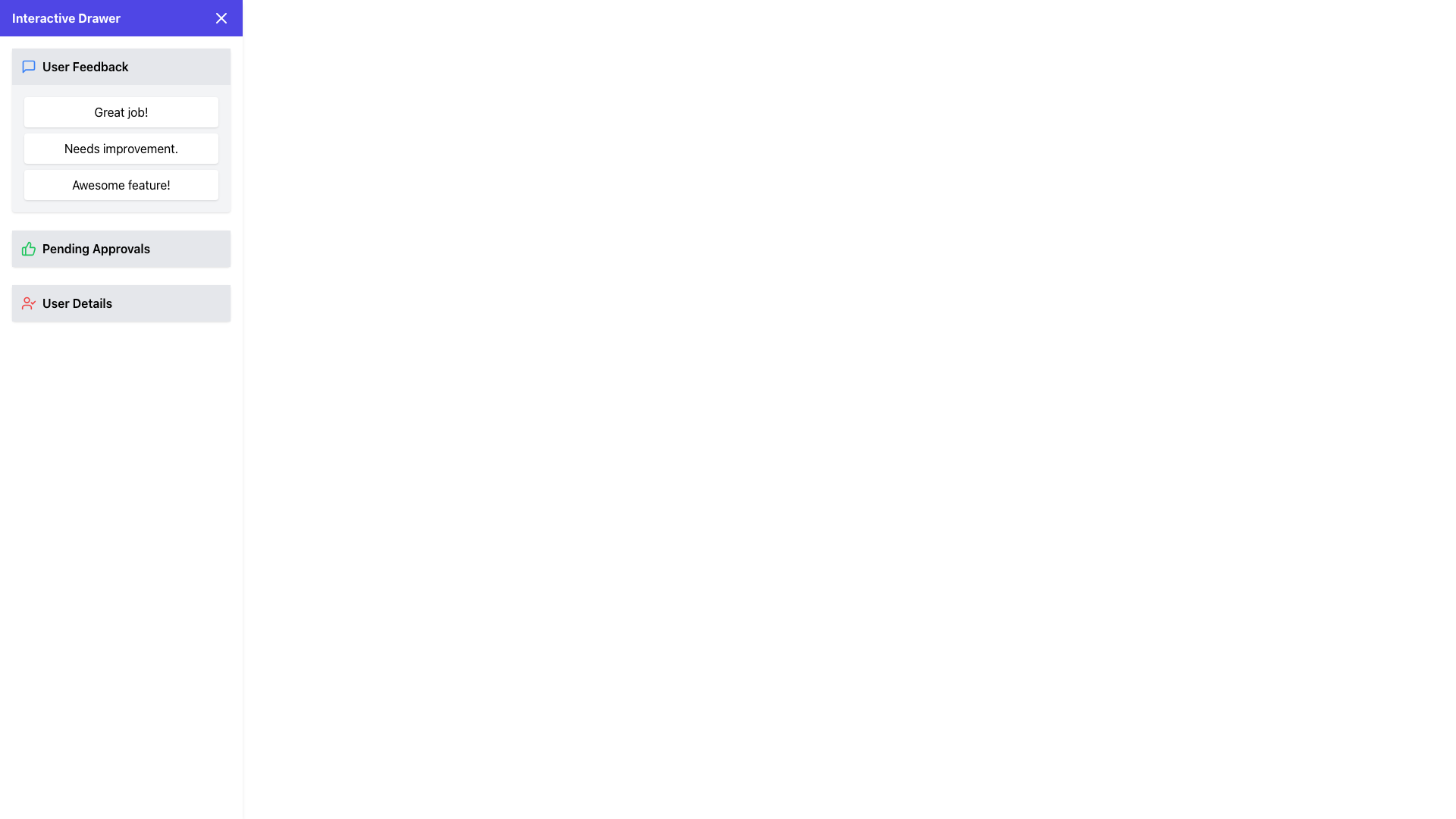 This screenshot has height=819, width=1456. Describe the element at coordinates (120, 247) in the screenshot. I see `the section header labeled 'Pending Approvals' which is located in the middle section of the vertical list within the 'Interactive Drawer' panel` at that location.